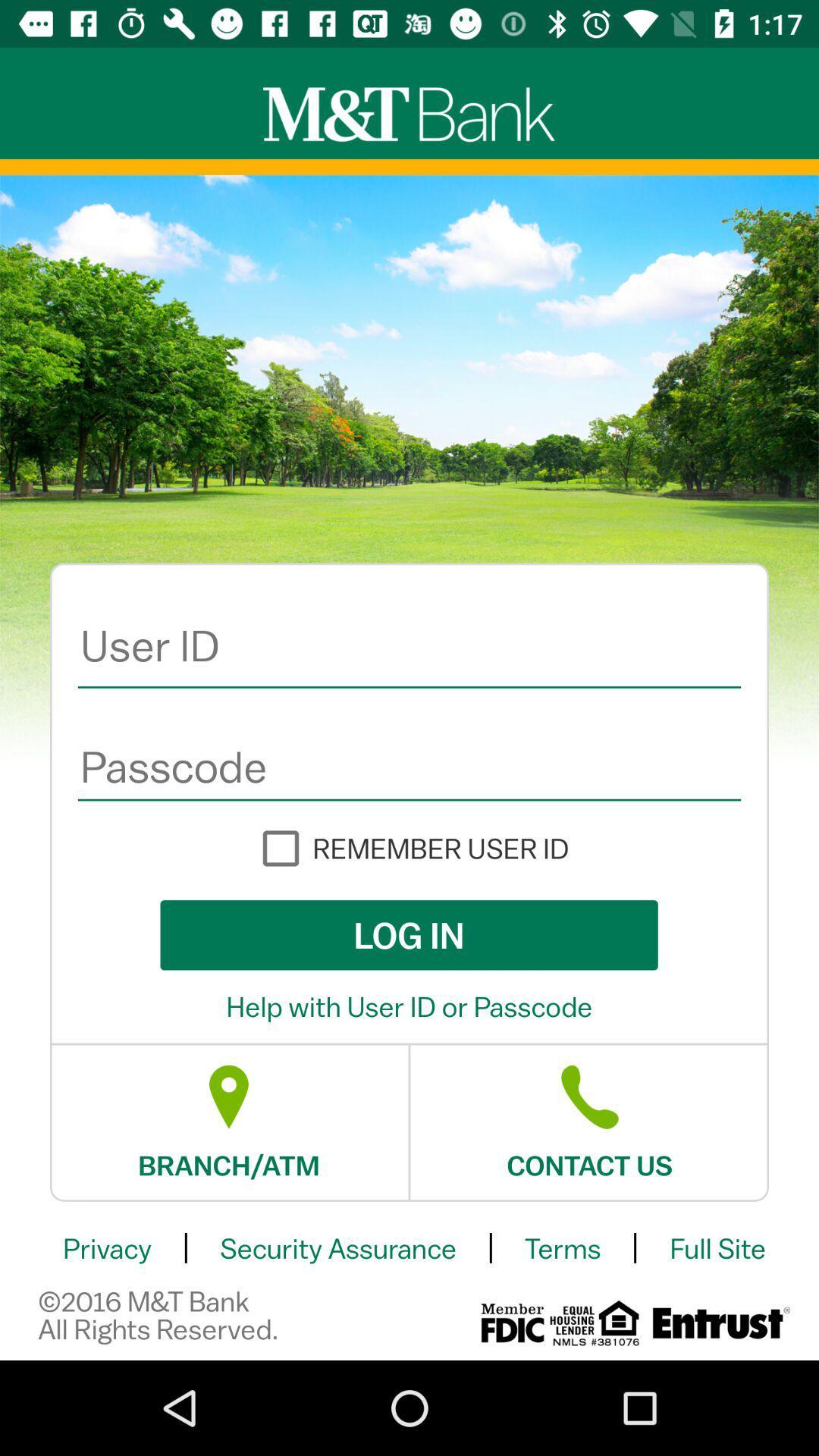 The height and width of the screenshot is (1456, 819). Describe the element at coordinates (408, 934) in the screenshot. I see `the log in icon` at that location.